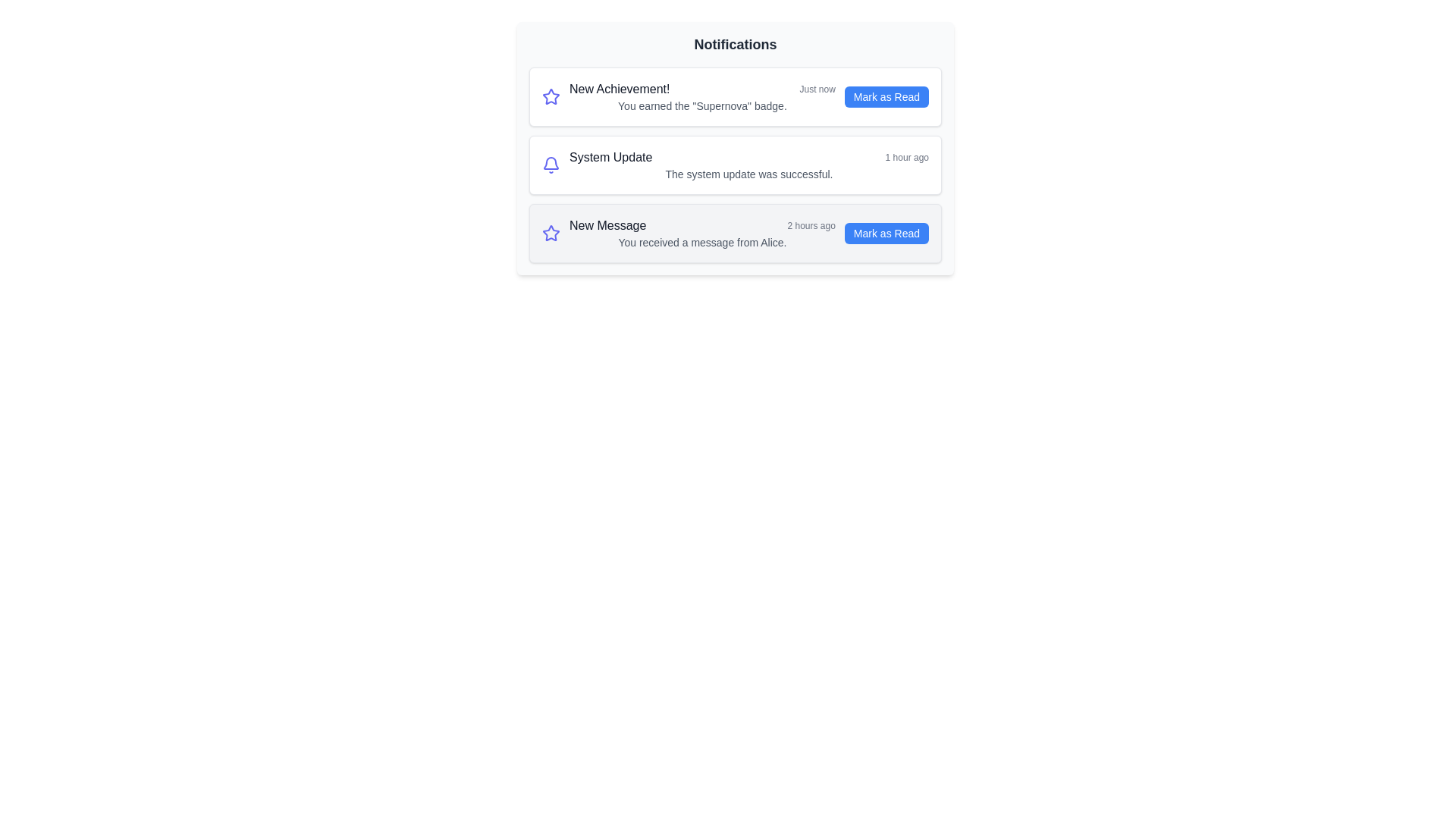  What do you see at coordinates (701, 234) in the screenshot?
I see `message details of the notification titled 'New Message' which contains the message 'You received a message from Alice.'` at bounding box center [701, 234].